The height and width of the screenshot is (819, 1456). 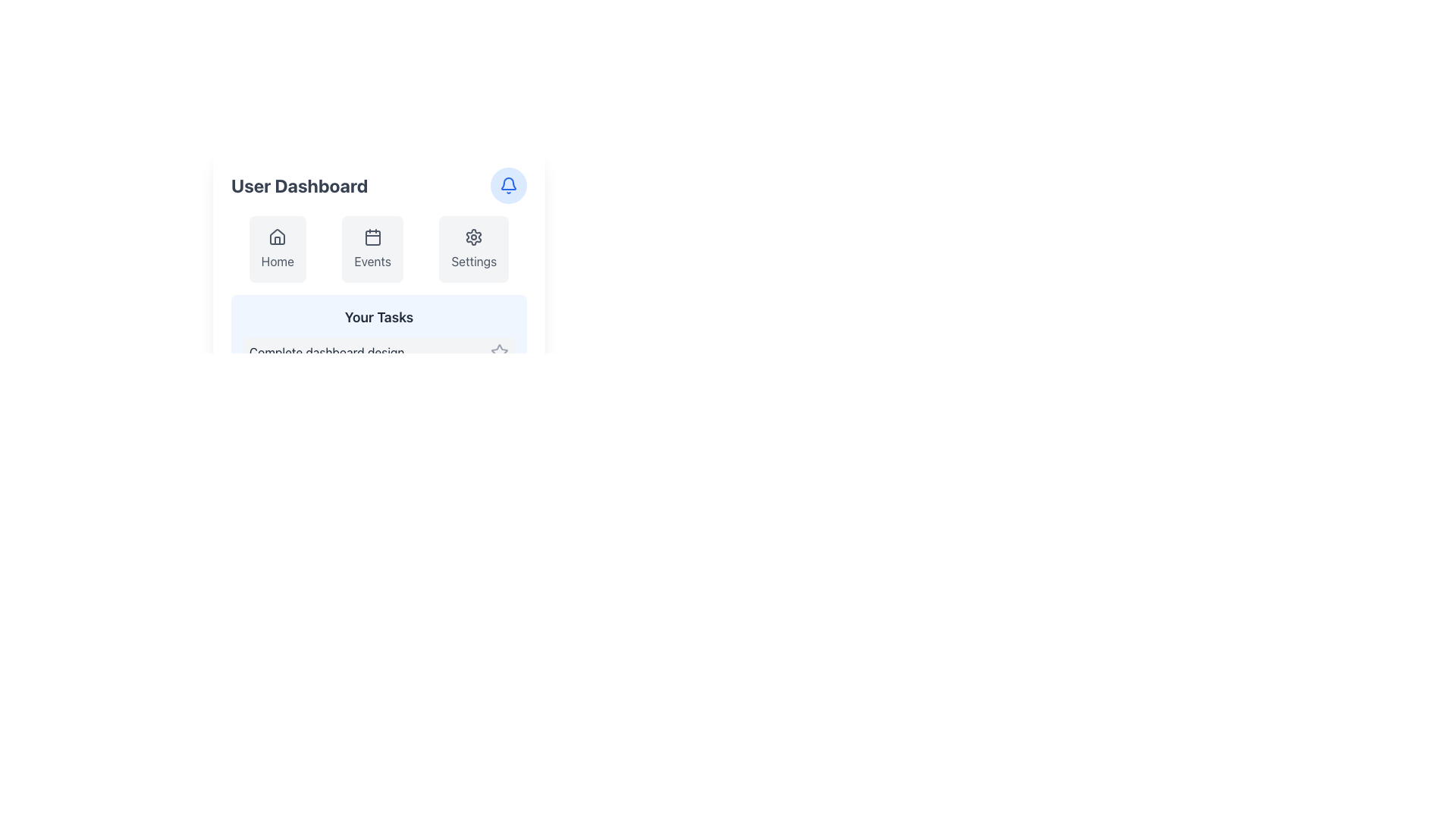 What do you see at coordinates (499, 353) in the screenshot?
I see `the star icon located towards the right end of the 'Complete dashboard design' task item to mark it as important or favorite` at bounding box center [499, 353].